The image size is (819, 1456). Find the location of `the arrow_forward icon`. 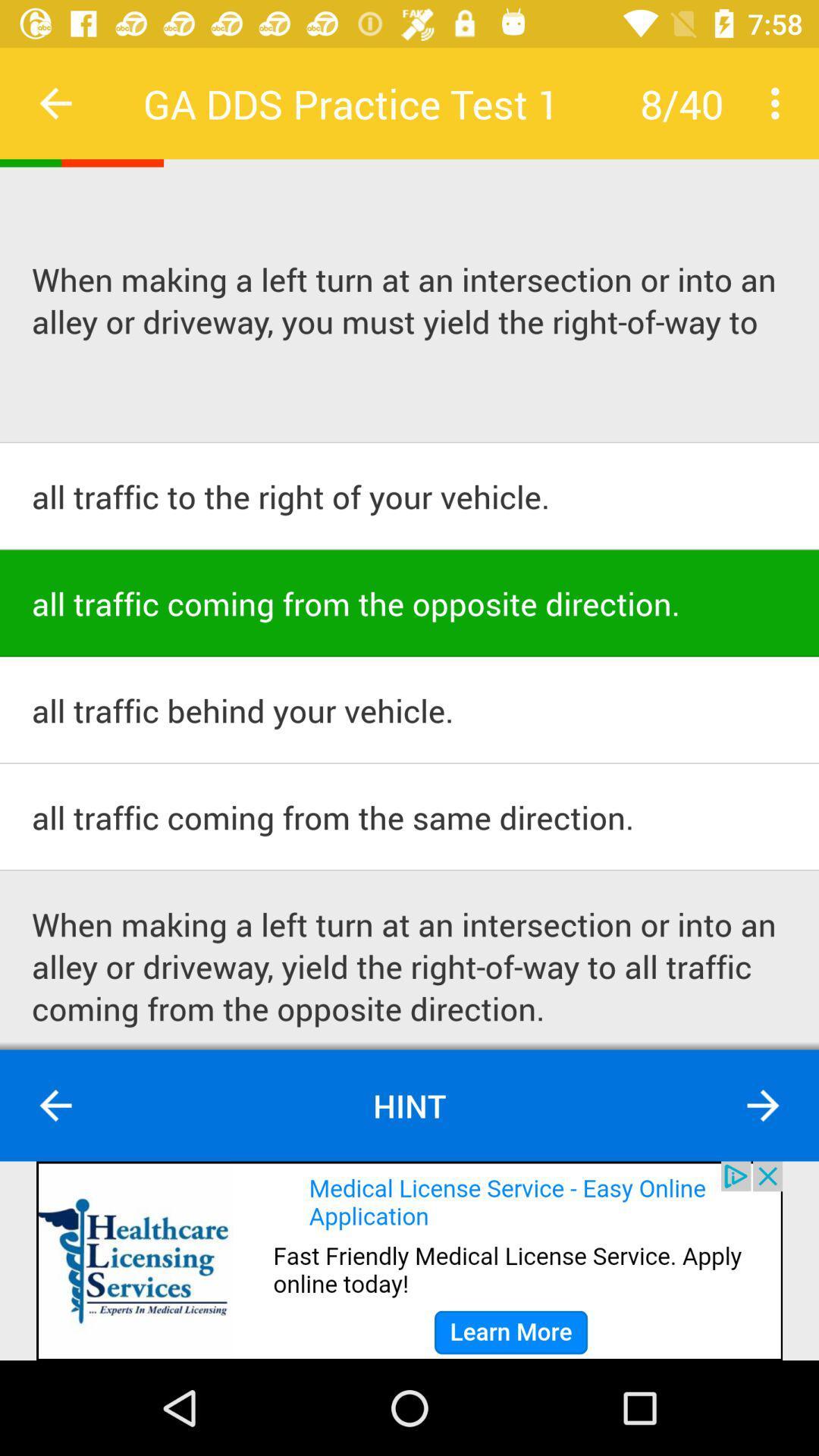

the arrow_forward icon is located at coordinates (763, 1106).